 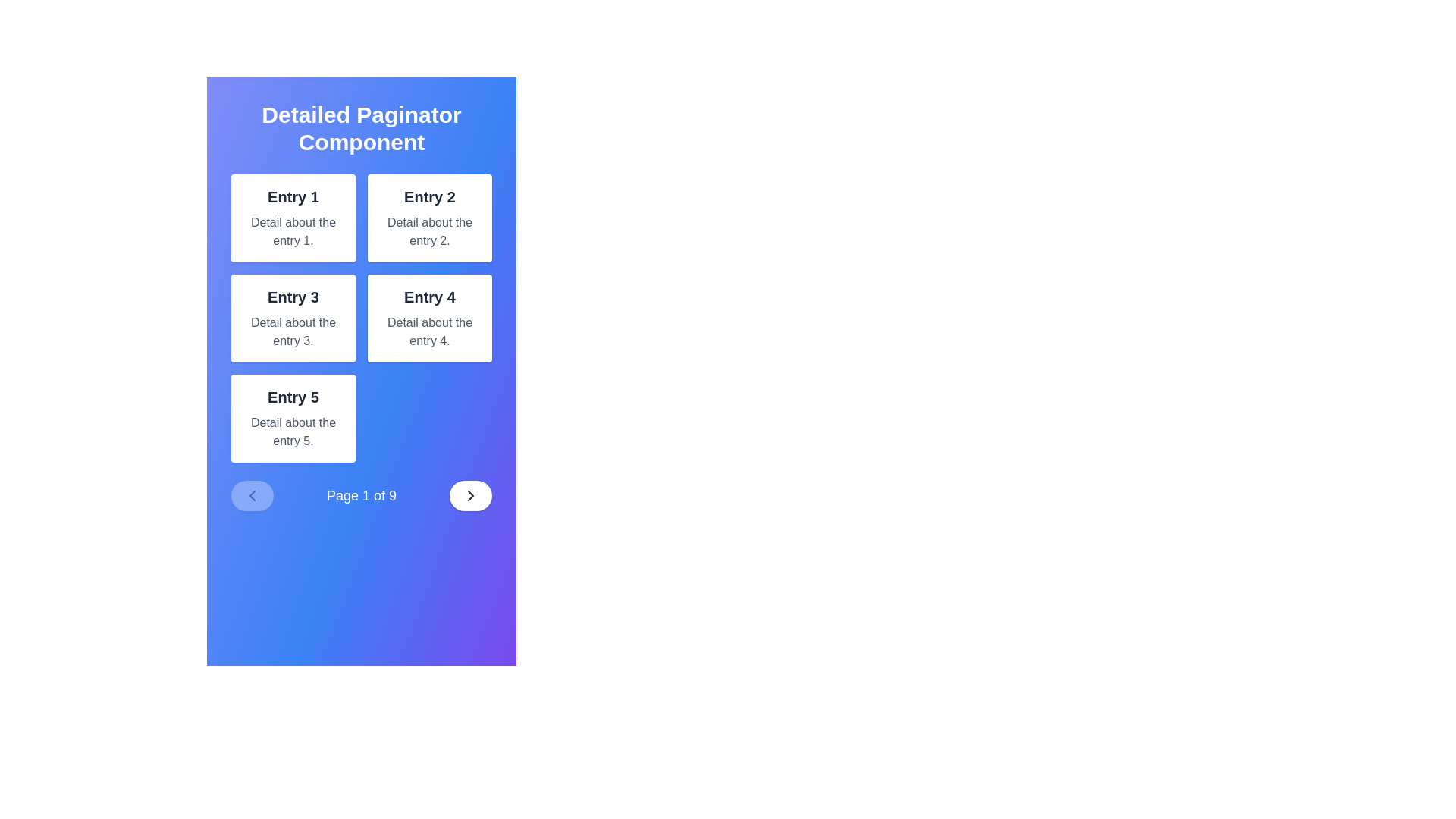 I want to click on the text label located at the top-left corner of the white card in the second column of the first row within a 2x3 grid layout to read its content, so click(x=428, y=196).